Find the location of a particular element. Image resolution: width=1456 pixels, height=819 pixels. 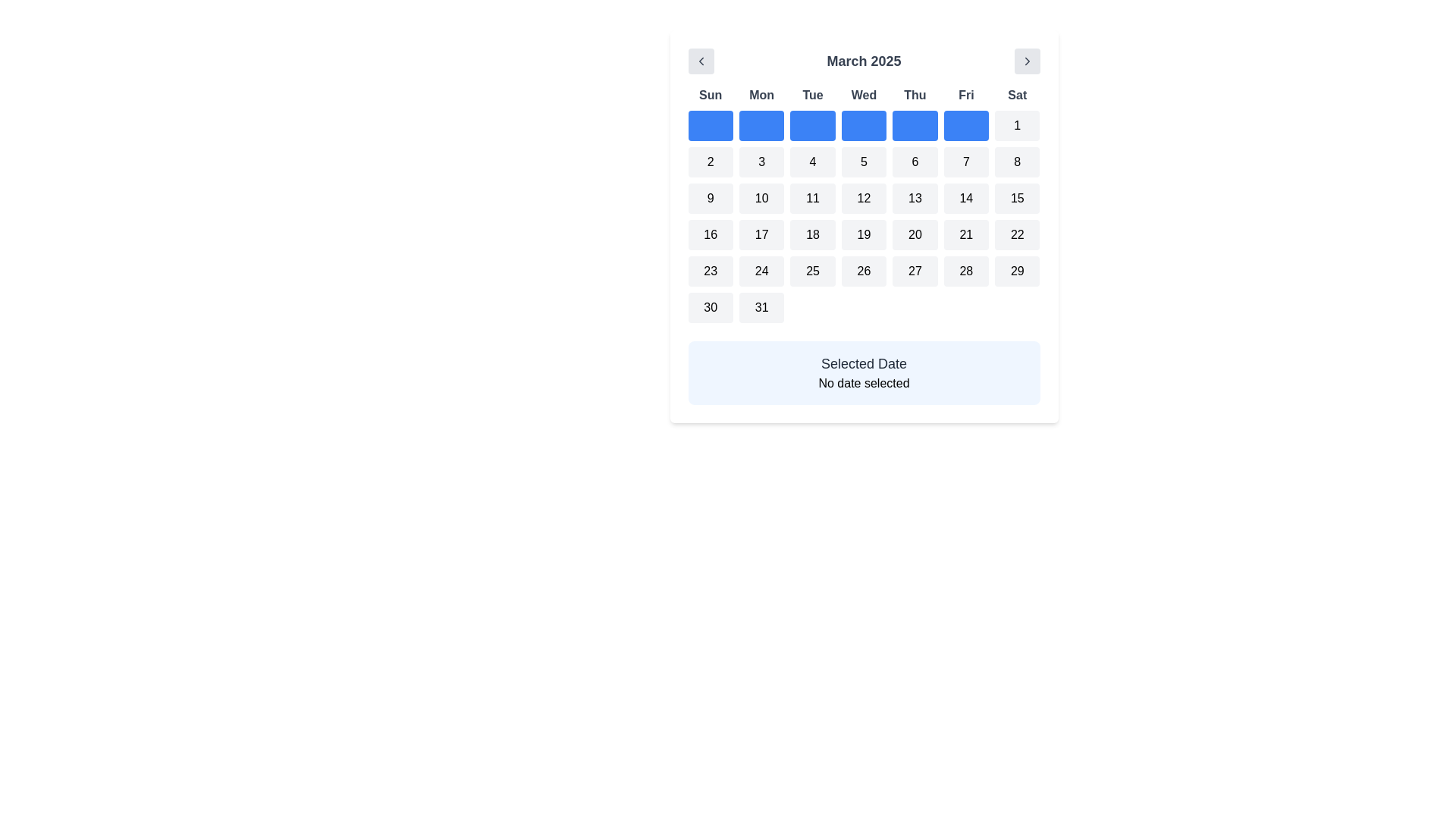

the static text label identifying 'Tuesday', which is the third item in the row of days of the week in the calendar view is located at coordinates (812, 96).